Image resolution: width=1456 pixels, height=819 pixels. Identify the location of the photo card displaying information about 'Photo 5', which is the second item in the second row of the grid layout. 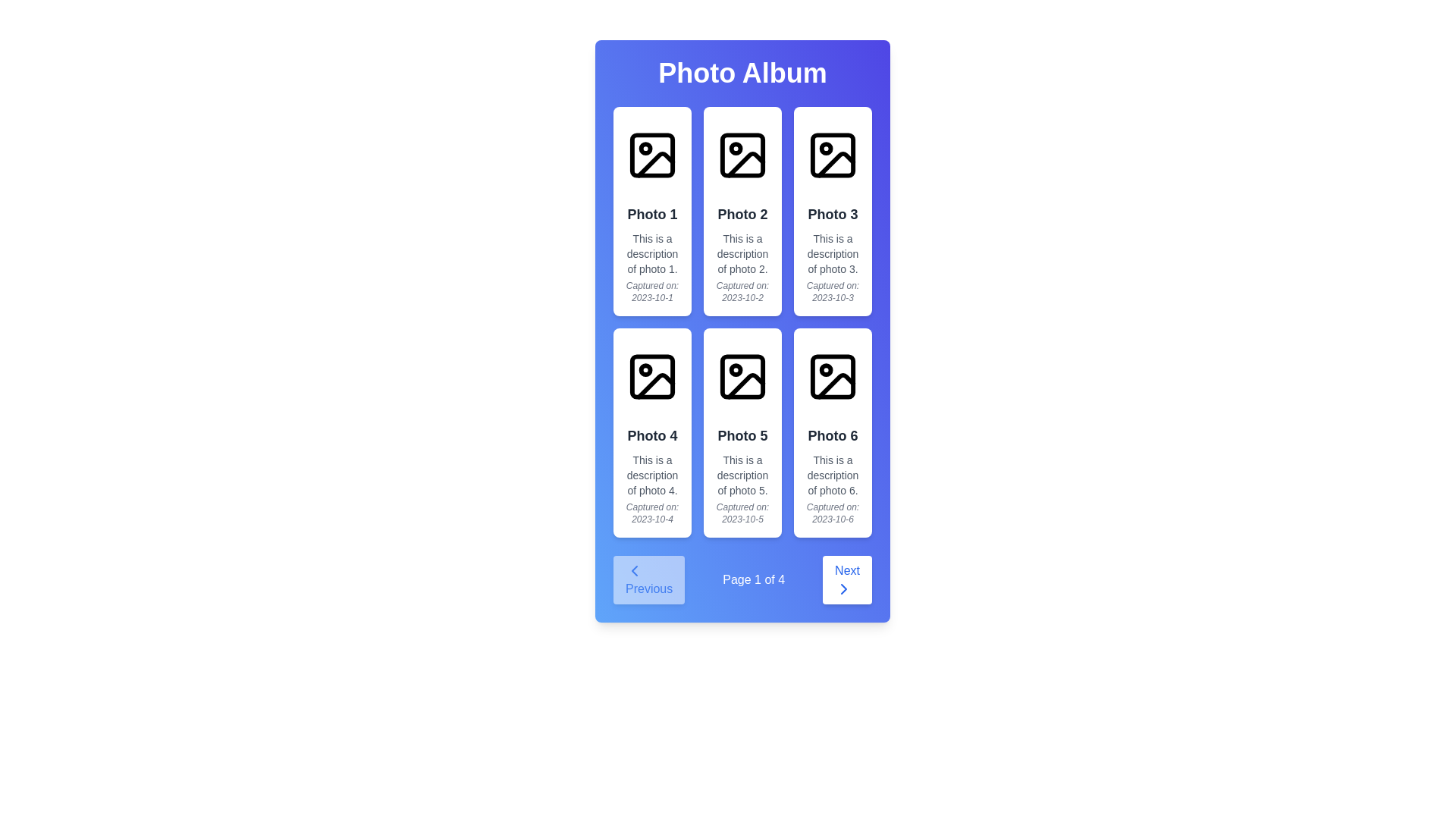
(742, 432).